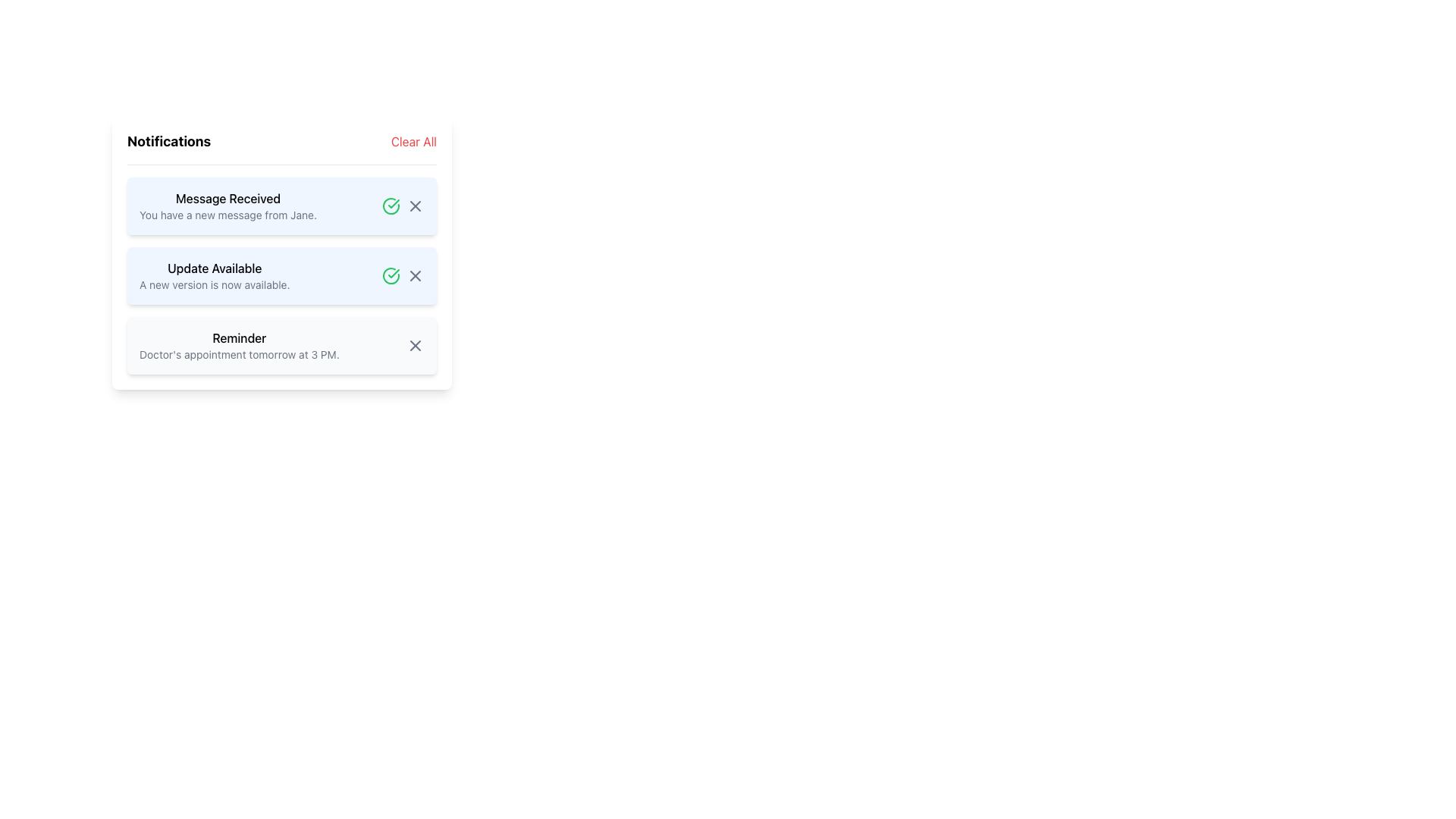 This screenshot has height=819, width=1456. What do you see at coordinates (214, 284) in the screenshot?
I see `the text string reading 'A new version is now available.' located within the notification card below the header 'Update Available'` at bounding box center [214, 284].